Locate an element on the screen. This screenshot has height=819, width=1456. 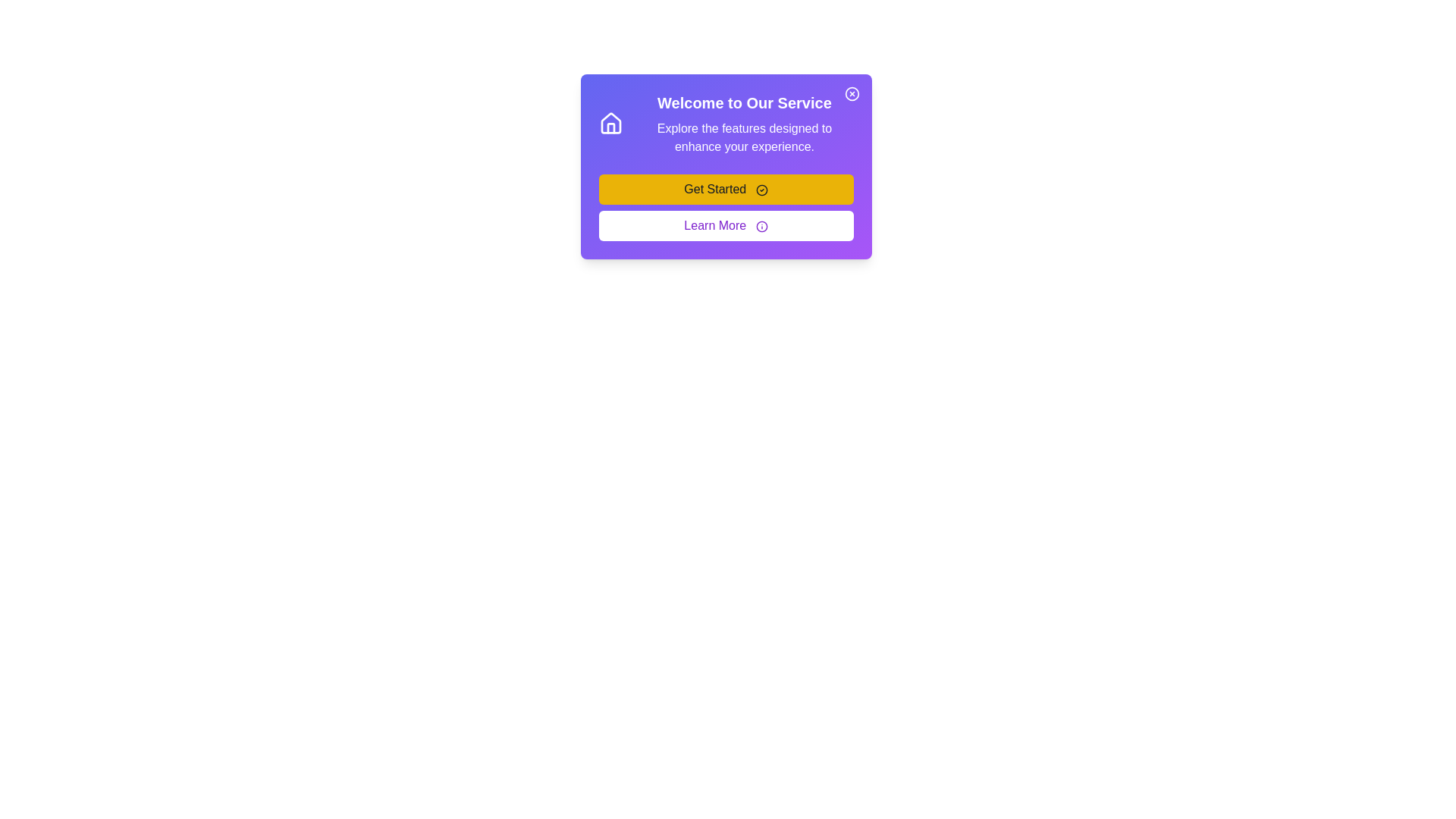
the checkmark icon within a circle, which has a yellow background and is positioned adjacent to the 'Get Started' button is located at coordinates (761, 189).